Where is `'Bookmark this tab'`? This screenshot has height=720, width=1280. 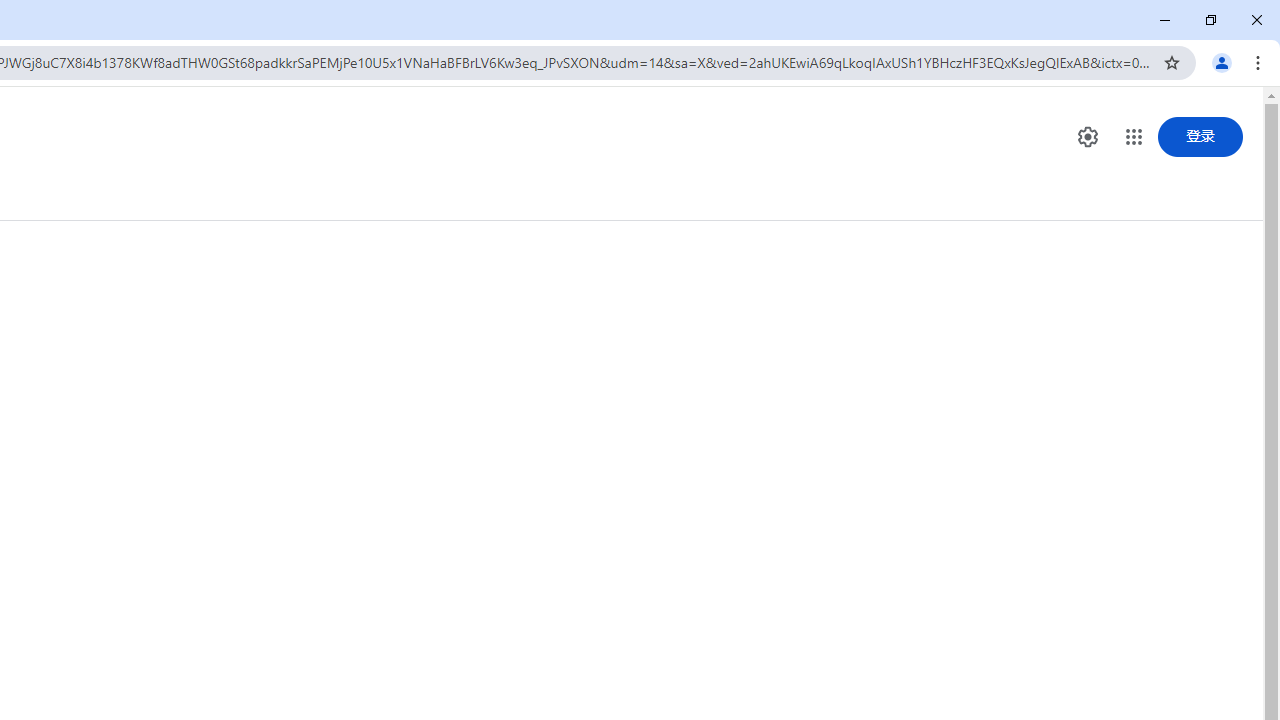 'Bookmark this tab' is located at coordinates (1171, 61).